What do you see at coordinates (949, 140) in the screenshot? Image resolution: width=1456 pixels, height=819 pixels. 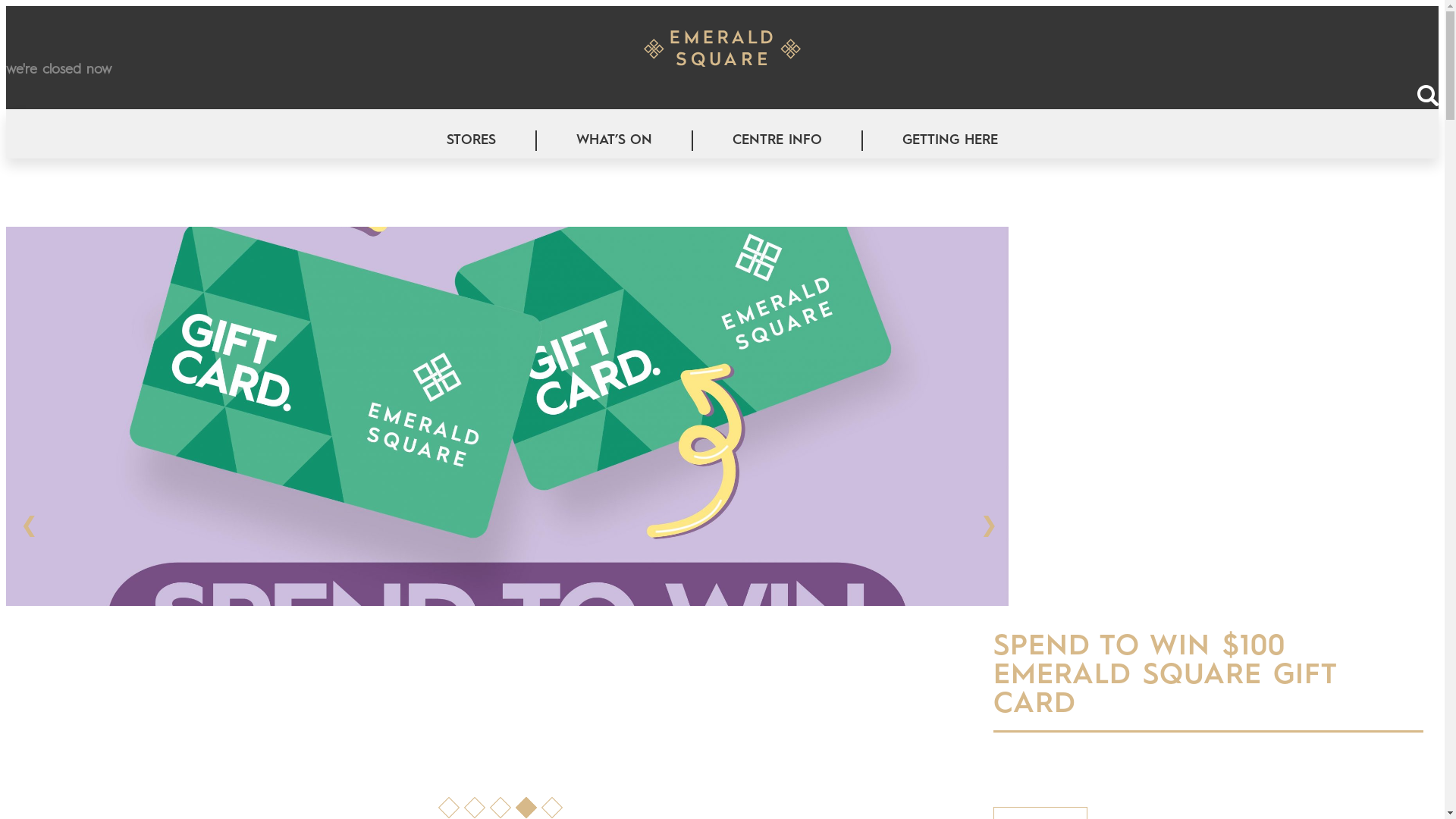 I see `'GETTING HERE'` at bounding box center [949, 140].